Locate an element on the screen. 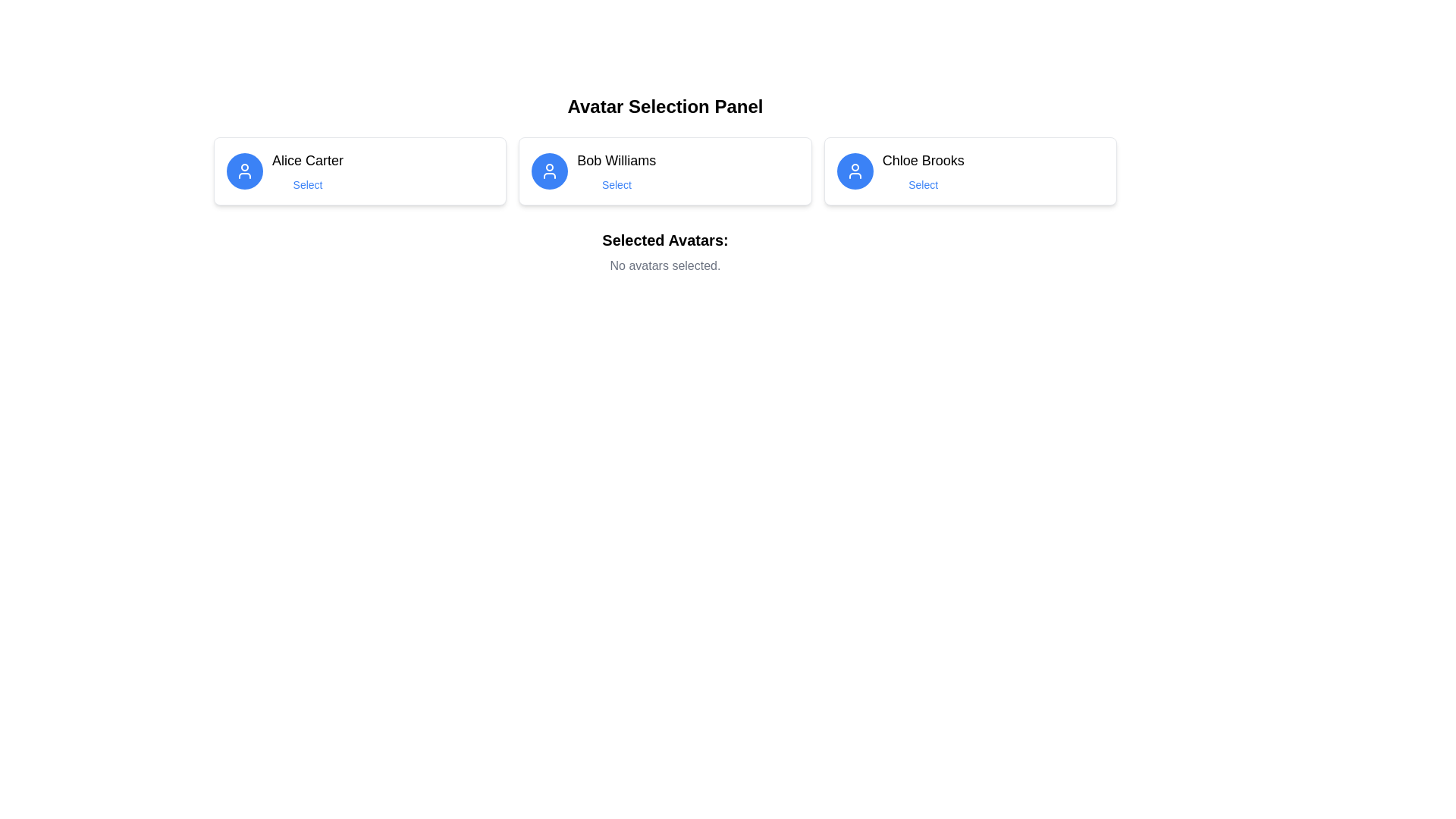 The image size is (1456, 819). the Text Label that indicates the purpose of the section below it, which lists selected avatars, located in the middle section of the UI, directly underneath the 'Avatar Selection Panel' heading is located at coordinates (665, 239).